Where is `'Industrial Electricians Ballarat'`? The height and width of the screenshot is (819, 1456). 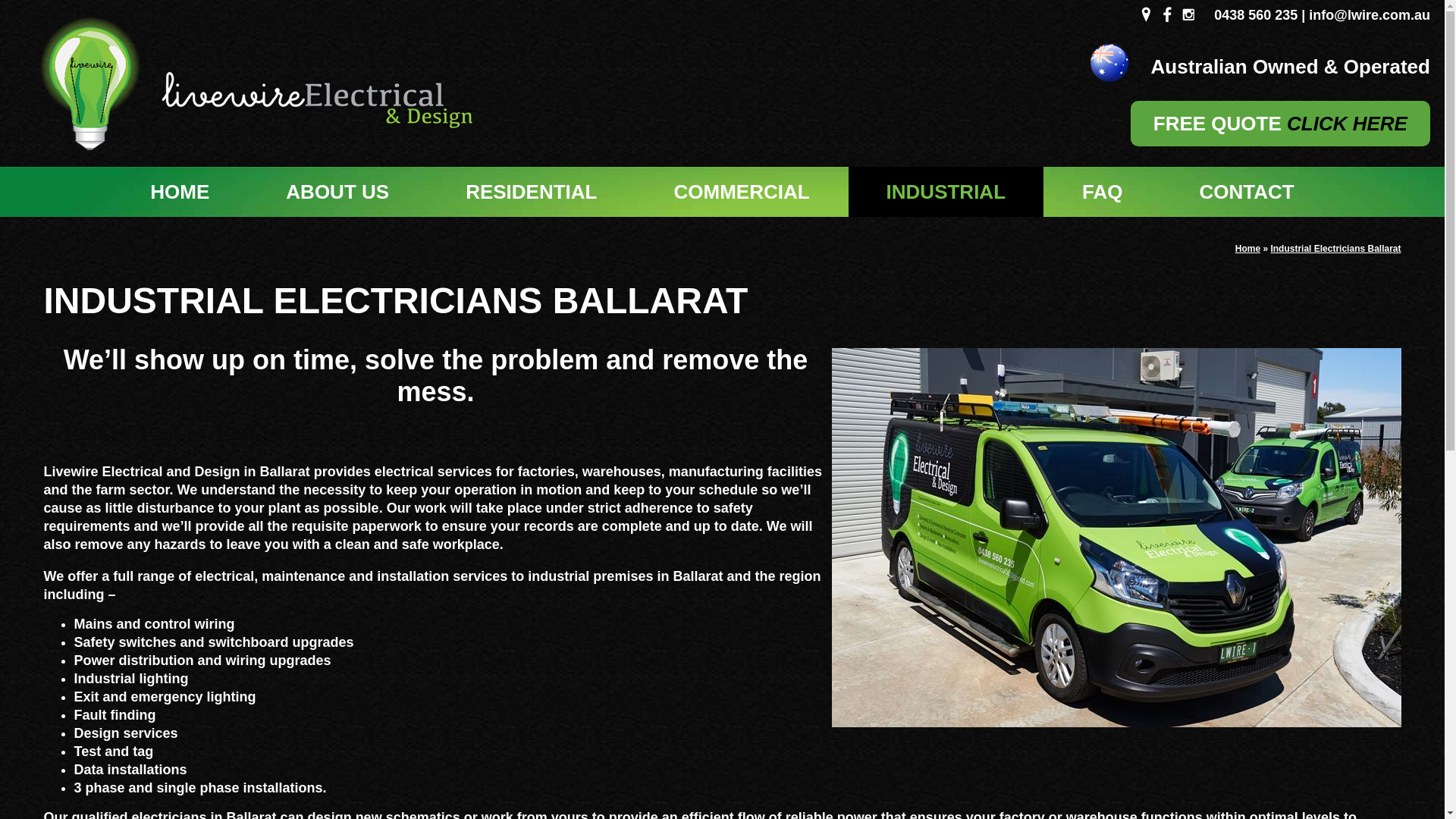 'Industrial Electricians Ballarat' is located at coordinates (1335, 247).